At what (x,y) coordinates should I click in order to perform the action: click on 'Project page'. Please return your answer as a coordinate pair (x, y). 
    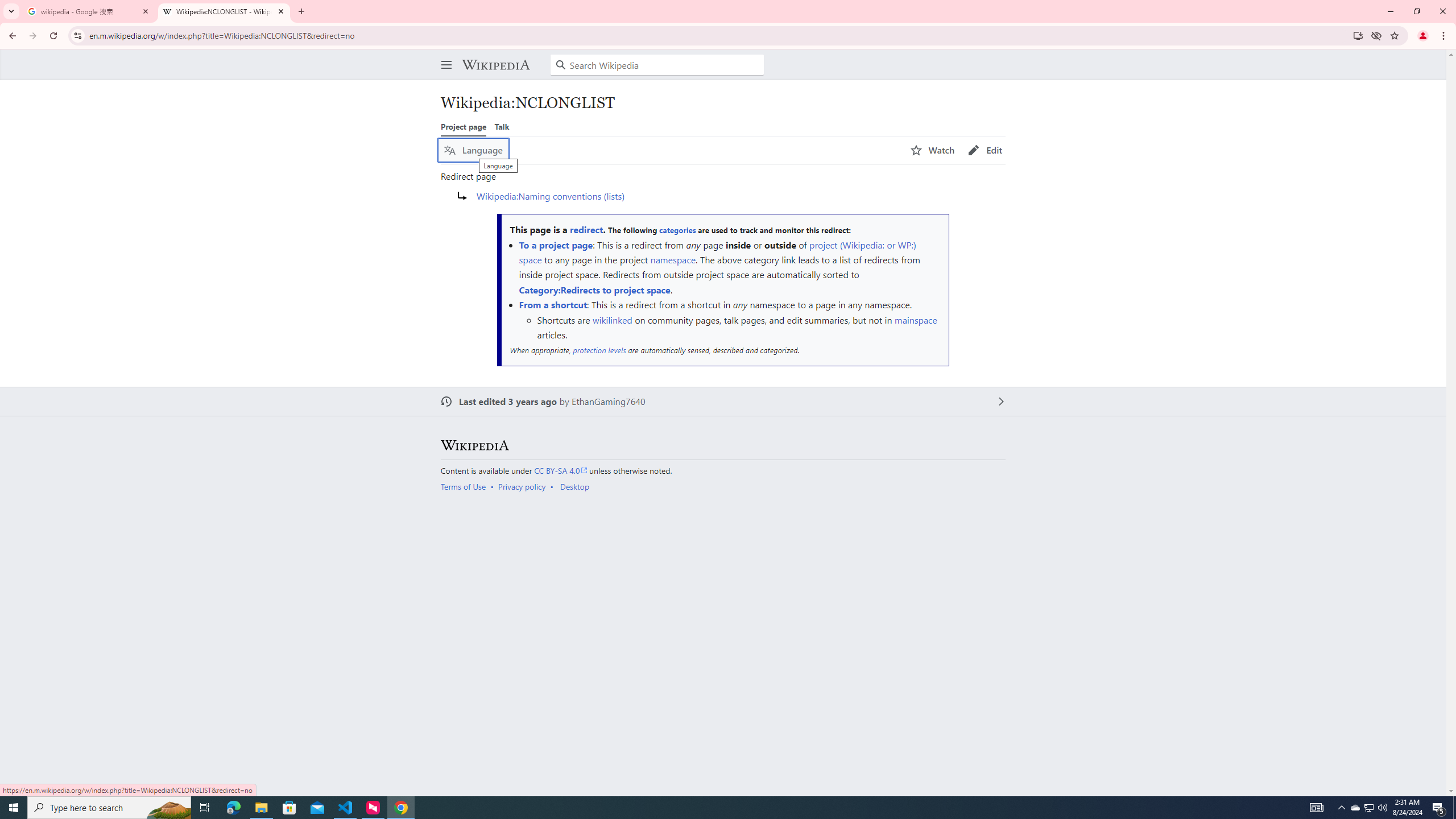
    Looking at the image, I should click on (463, 126).